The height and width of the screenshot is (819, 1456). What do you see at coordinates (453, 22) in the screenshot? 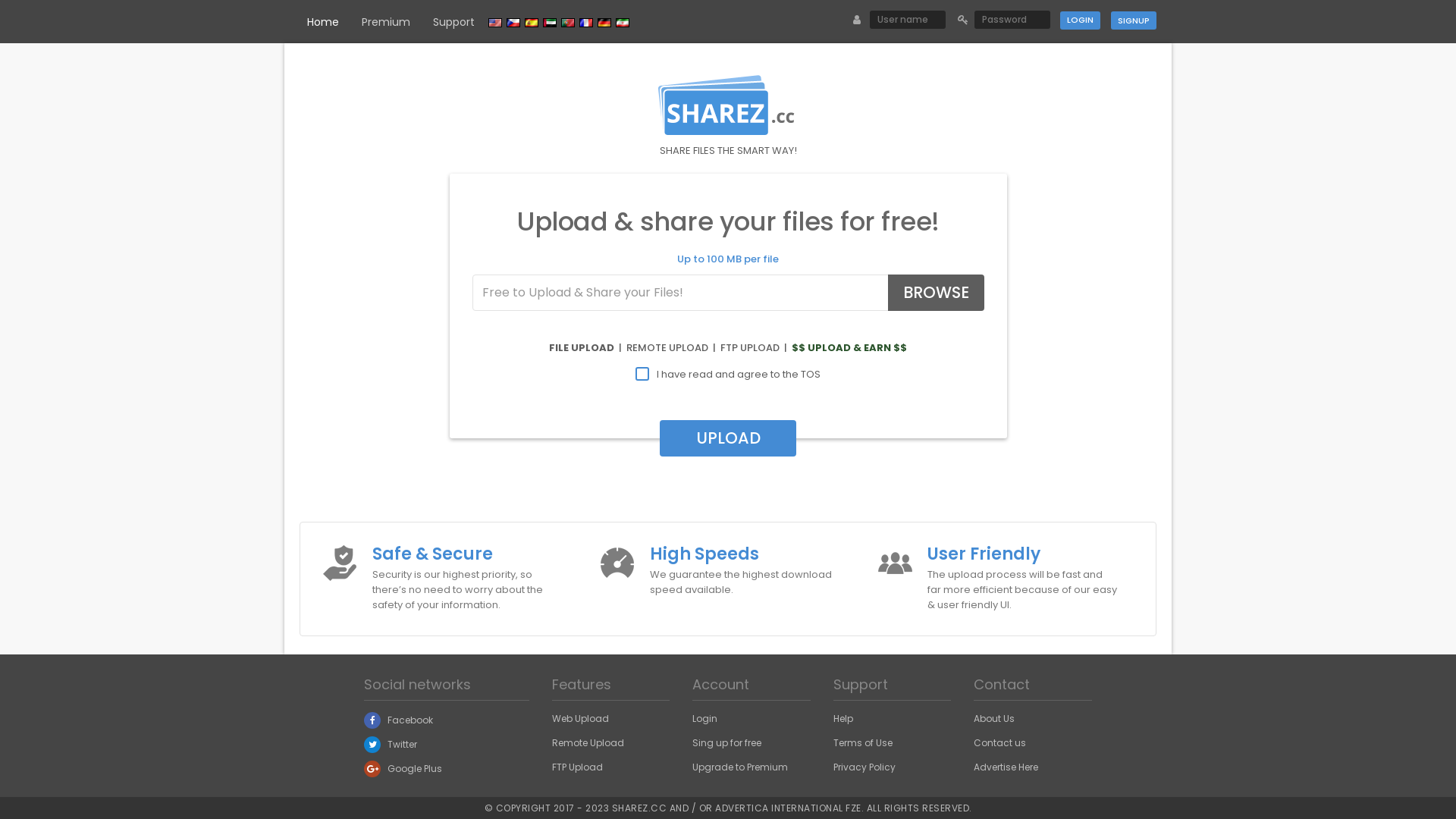
I see `'Support'` at bounding box center [453, 22].